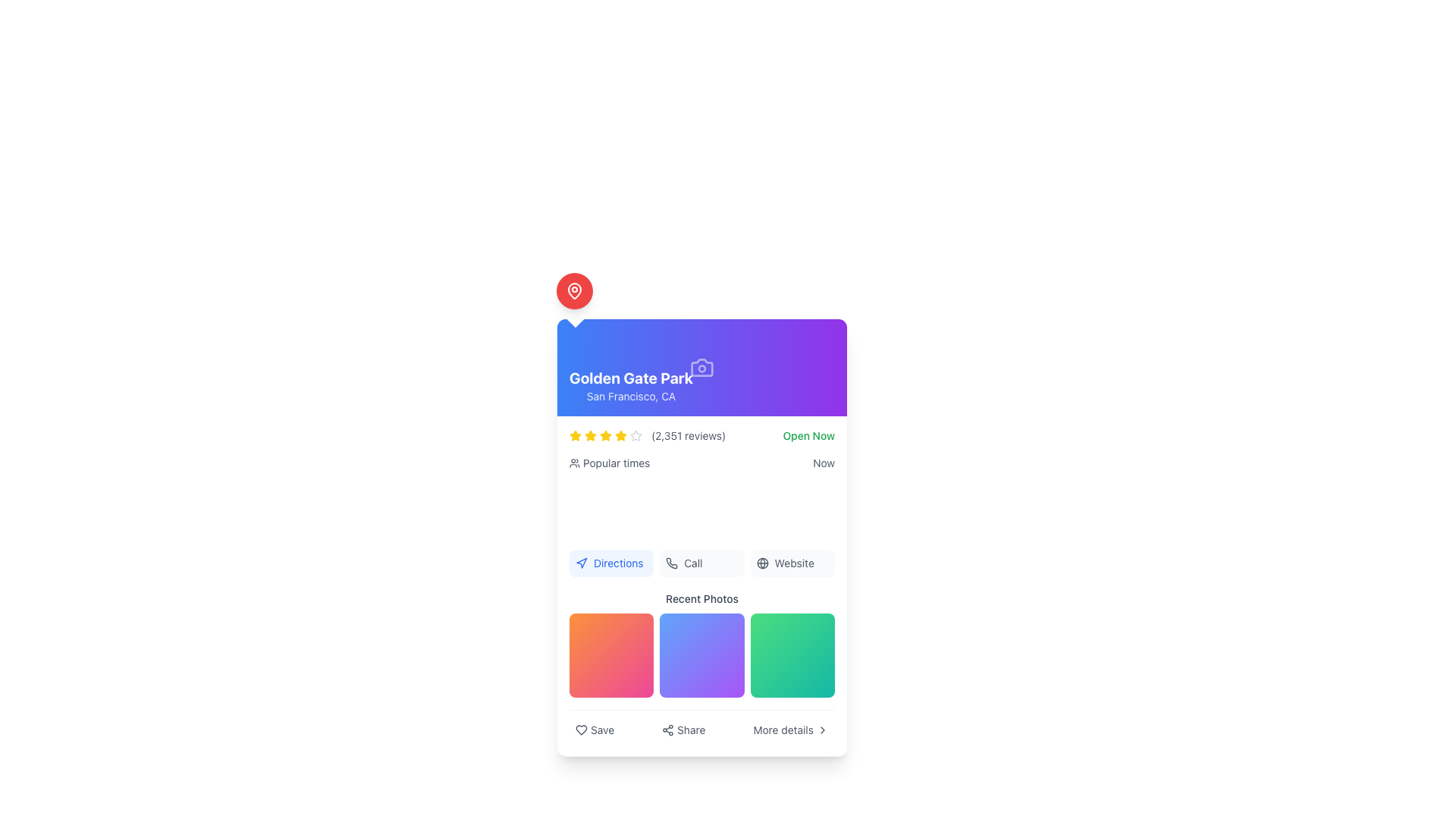  I want to click on the fifth star icon in the 5-star rating system located above the text '(2,351 reviews)', so click(604, 435).